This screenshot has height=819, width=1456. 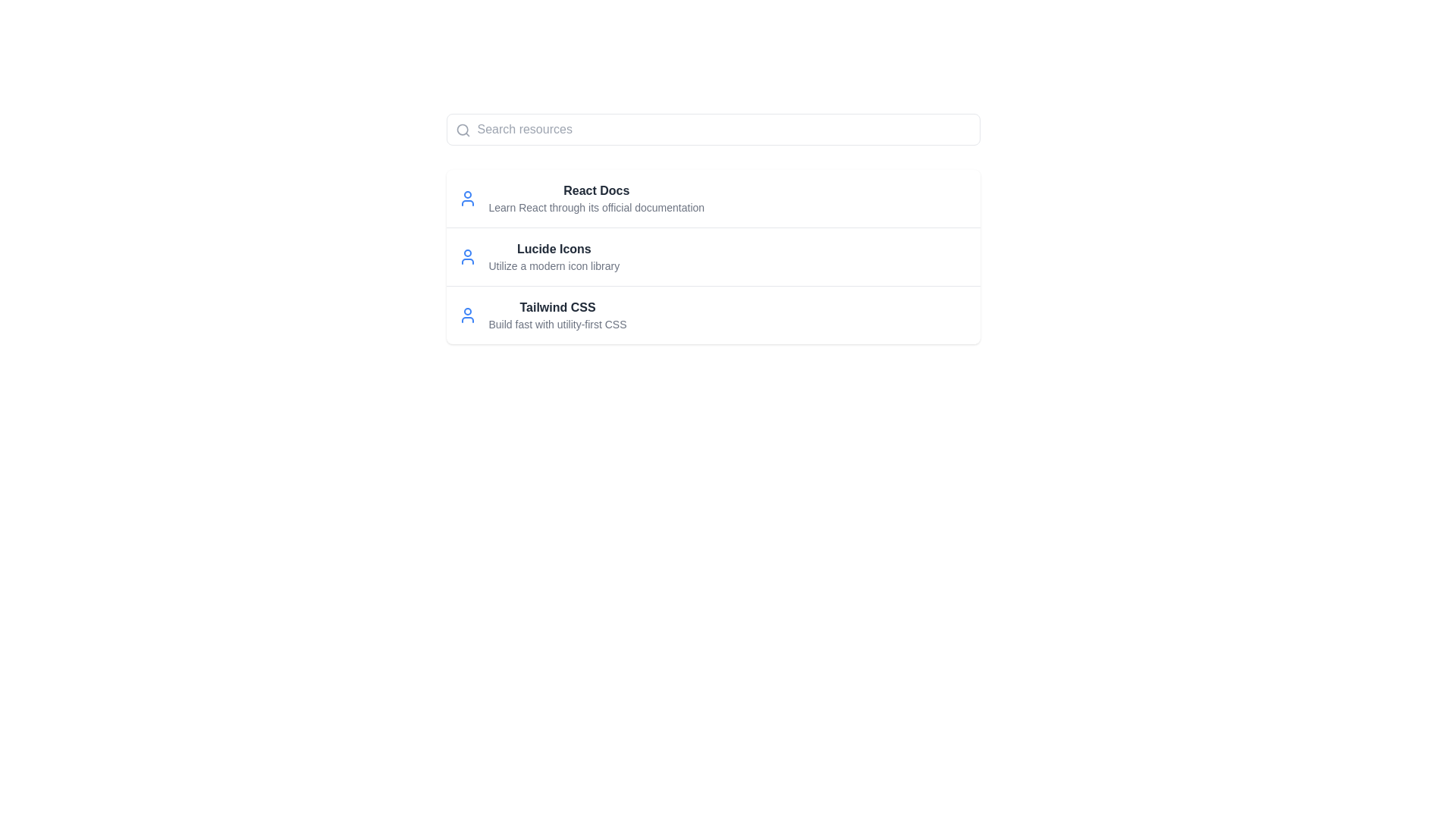 What do you see at coordinates (712, 228) in the screenshot?
I see `information presented in the second list item about 'Lucide Icons', which is located below the 'React Docs' and above 'Tailwind CSS'` at bounding box center [712, 228].